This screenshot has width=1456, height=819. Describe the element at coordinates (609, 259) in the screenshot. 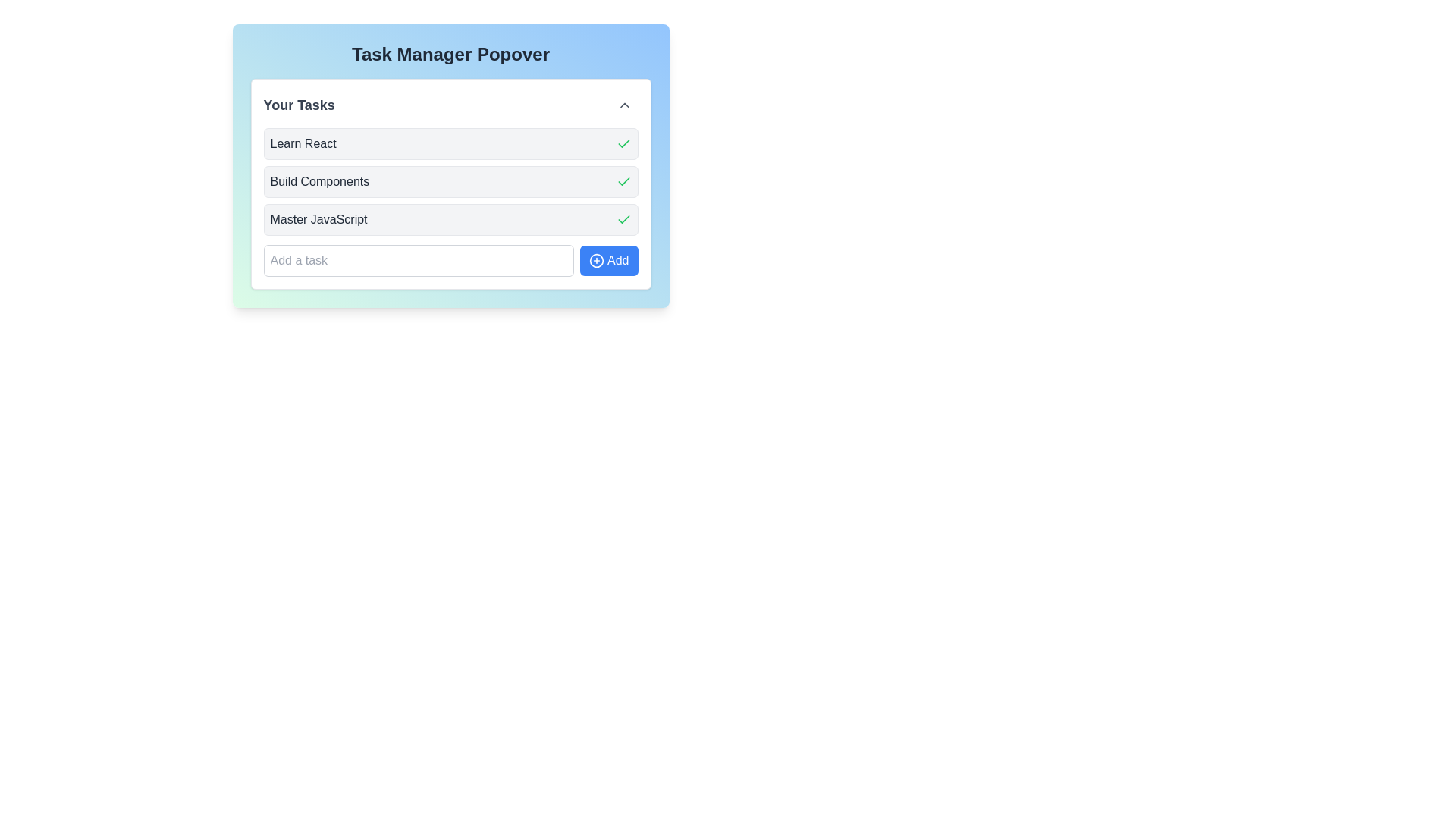

I see `the blue 'Add' button with rounded corners and a plus icon` at that location.